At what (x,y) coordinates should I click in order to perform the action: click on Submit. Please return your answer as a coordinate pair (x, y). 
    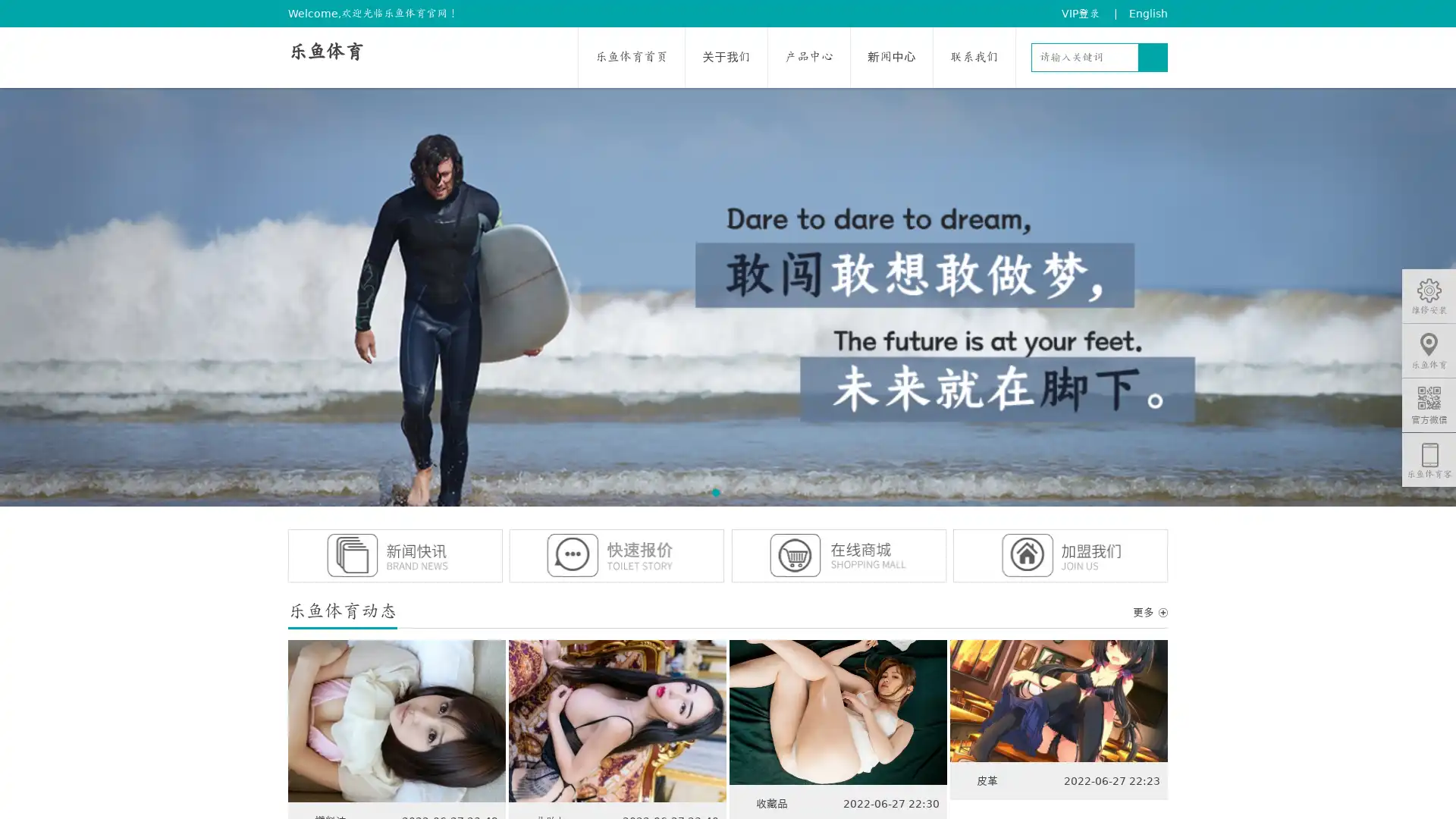
    Looking at the image, I should click on (1153, 57).